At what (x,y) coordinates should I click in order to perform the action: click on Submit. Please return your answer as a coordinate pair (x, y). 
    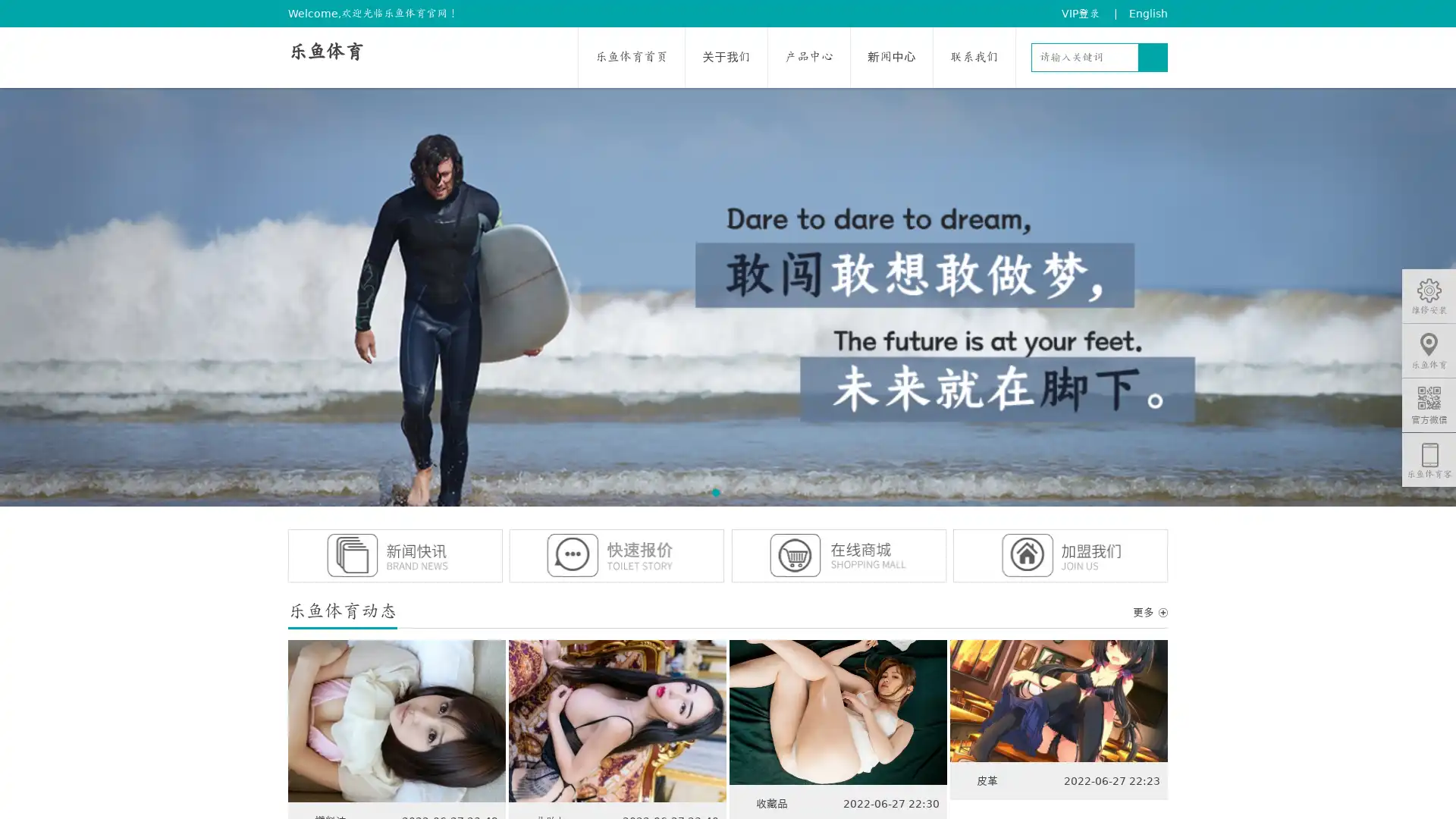
    Looking at the image, I should click on (1153, 57).